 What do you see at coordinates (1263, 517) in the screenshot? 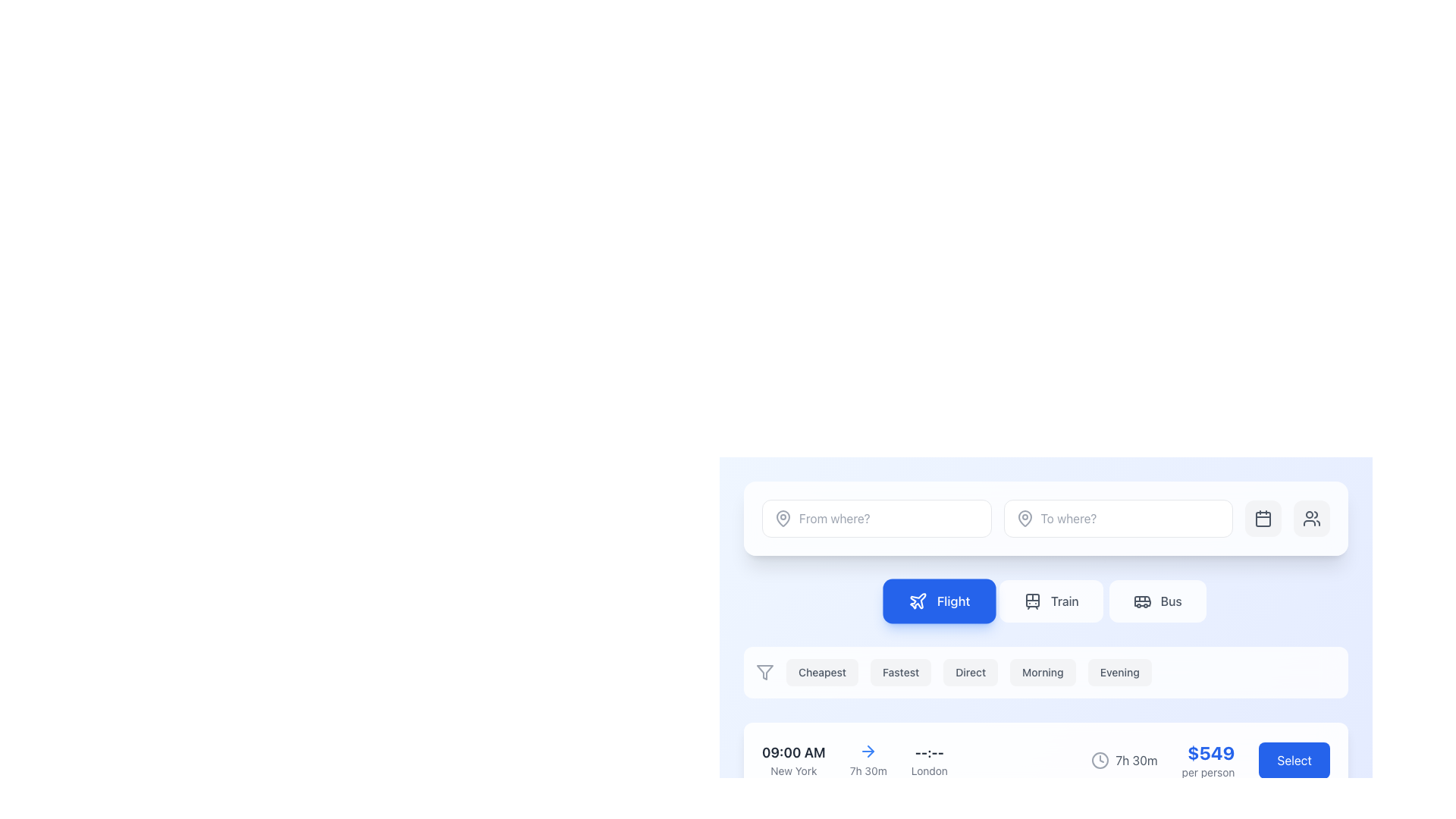
I see `the calendar icon button located in the upper section of the interface, to the immediate left of the user profile icon` at bounding box center [1263, 517].